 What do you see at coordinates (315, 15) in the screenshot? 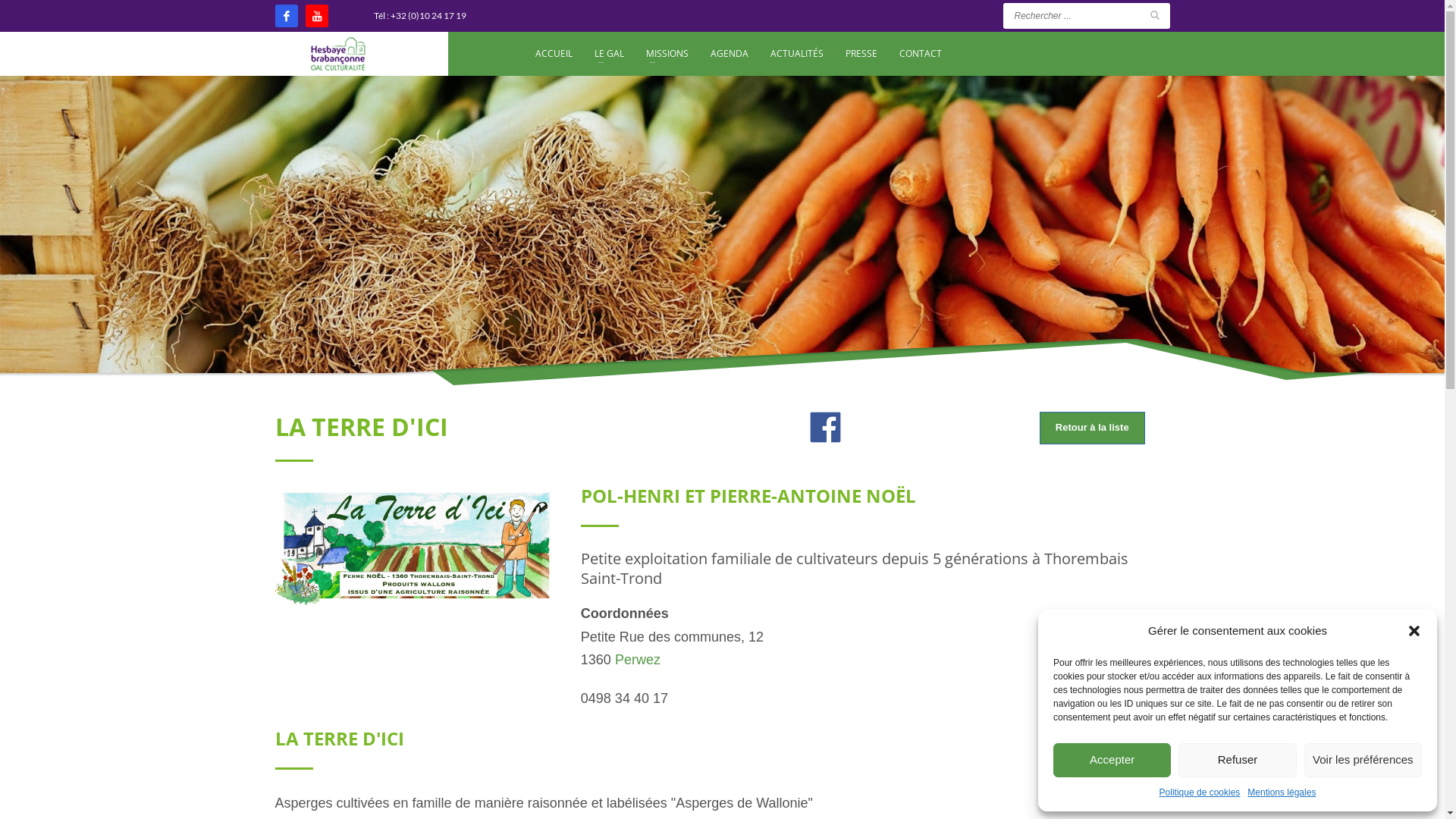
I see `'Youyube'` at bounding box center [315, 15].